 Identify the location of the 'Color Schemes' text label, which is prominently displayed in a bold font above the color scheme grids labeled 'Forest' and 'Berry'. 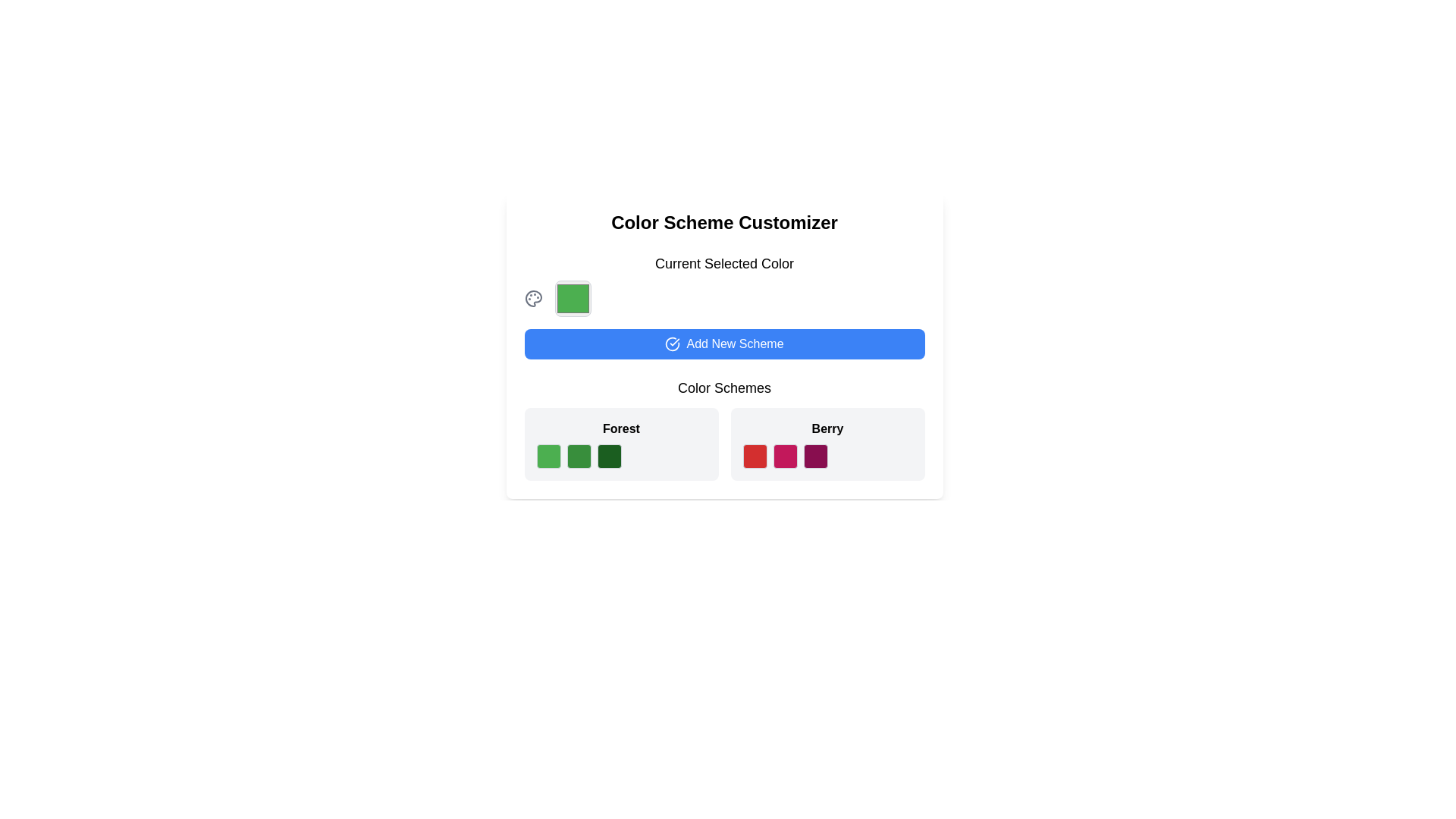
(723, 388).